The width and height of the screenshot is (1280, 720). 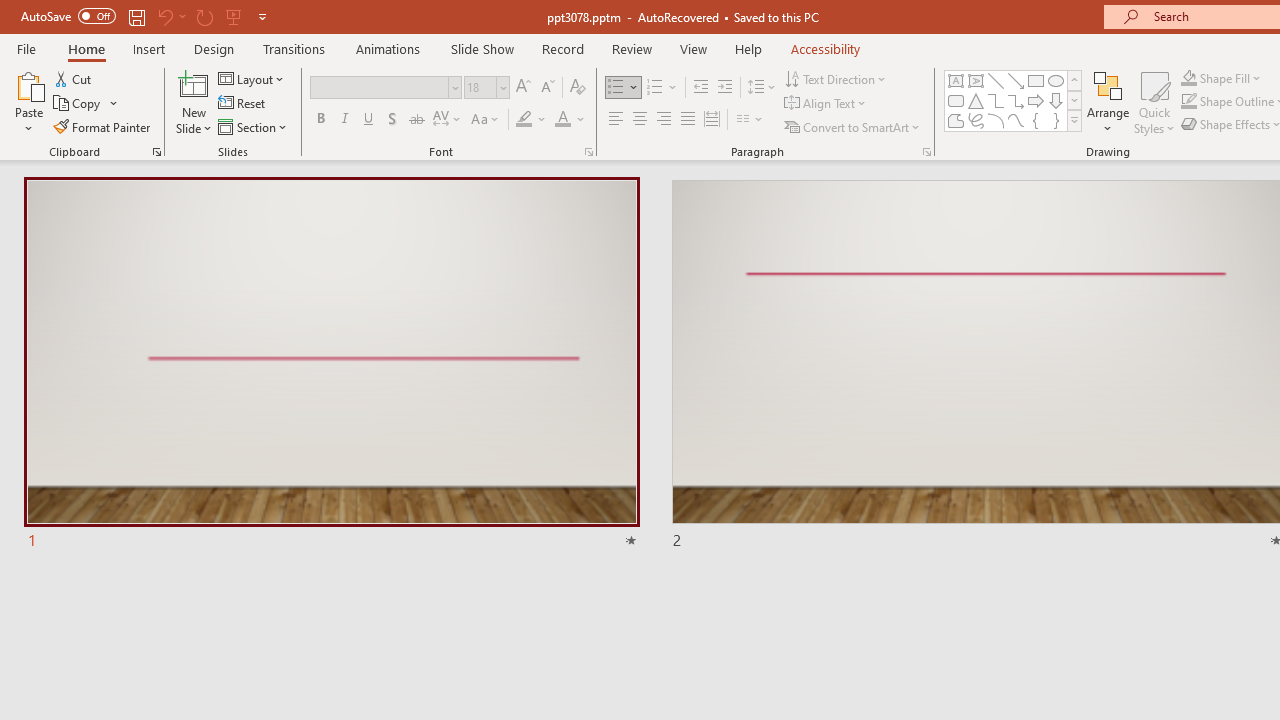 I want to click on 'Office Clipboard...', so click(x=155, y=150).